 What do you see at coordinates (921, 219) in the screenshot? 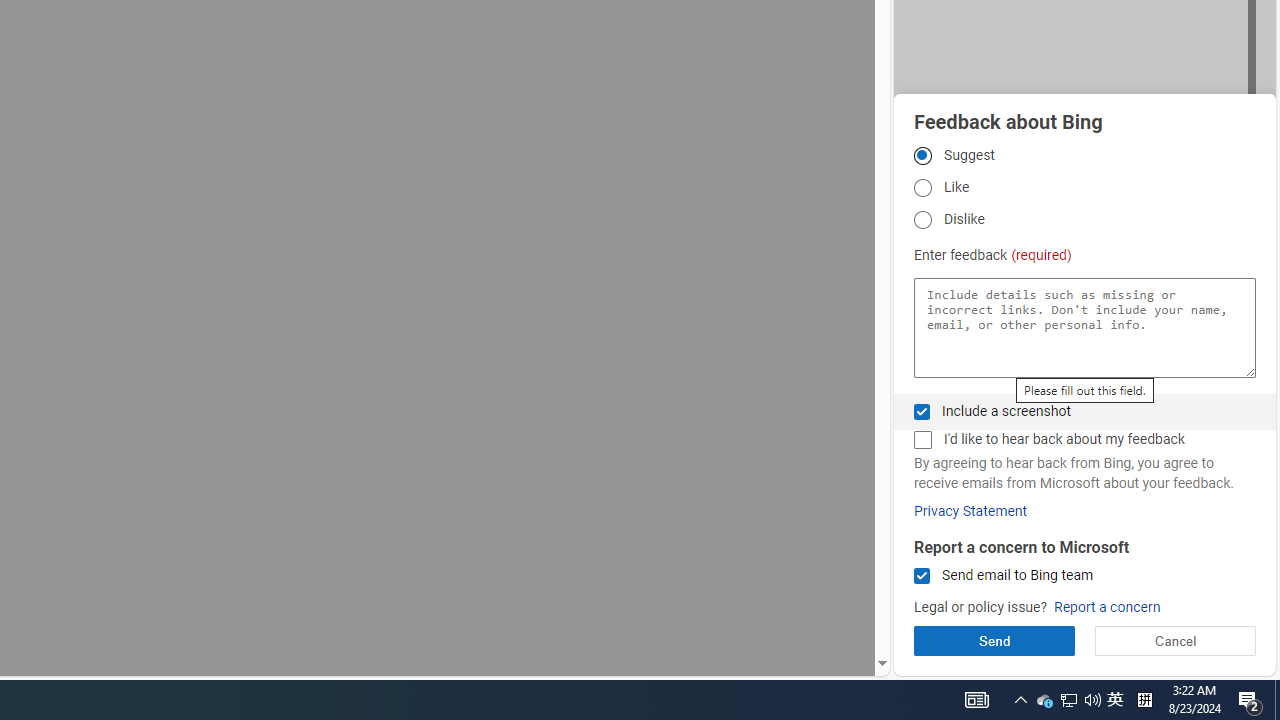
I see `'Dislike'` at bounding box center [921, 219].